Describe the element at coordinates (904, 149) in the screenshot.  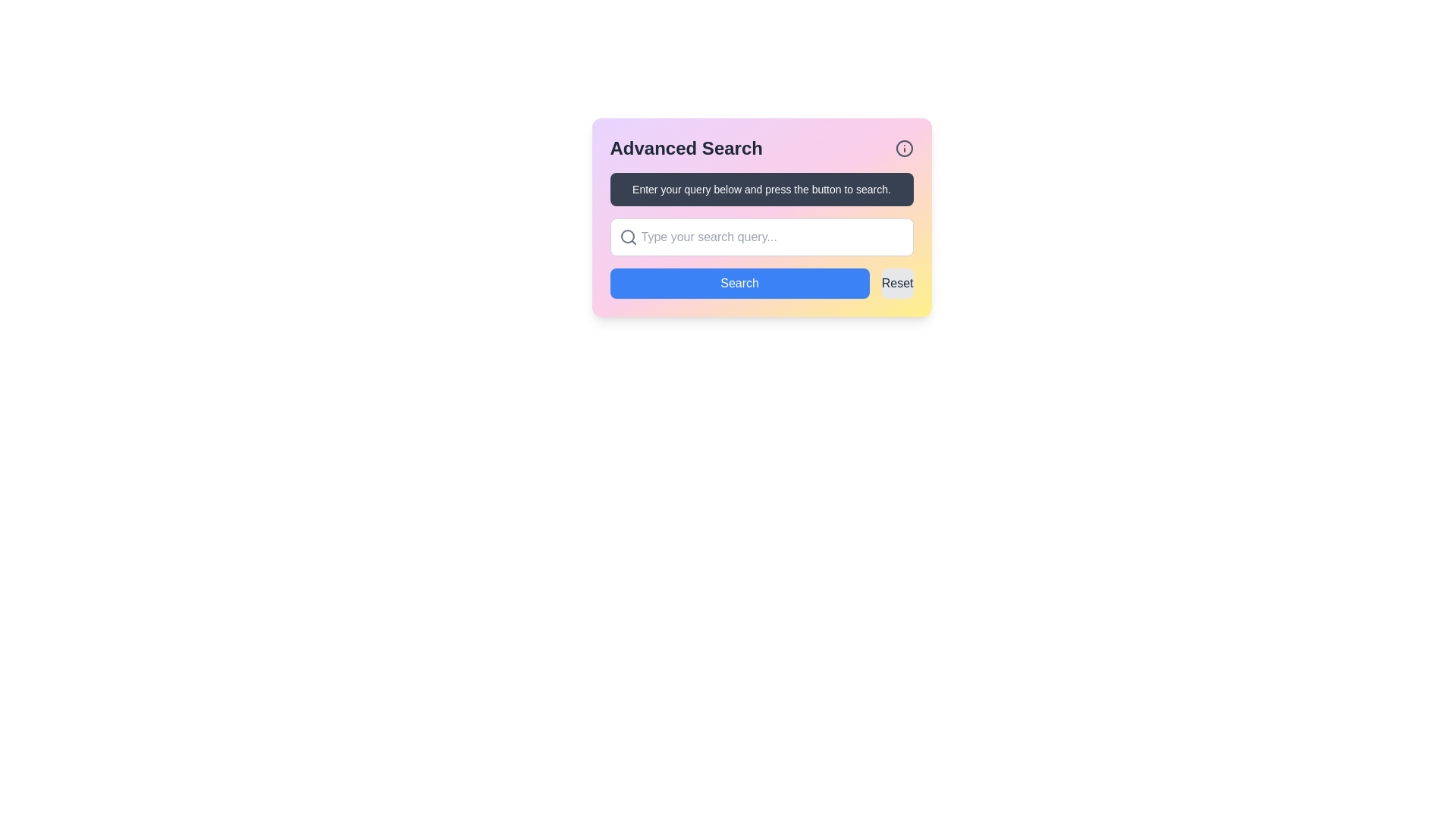
I see `the informational/help icon located at the top-right corner next to the header text 'Advanced Search'` at that location.